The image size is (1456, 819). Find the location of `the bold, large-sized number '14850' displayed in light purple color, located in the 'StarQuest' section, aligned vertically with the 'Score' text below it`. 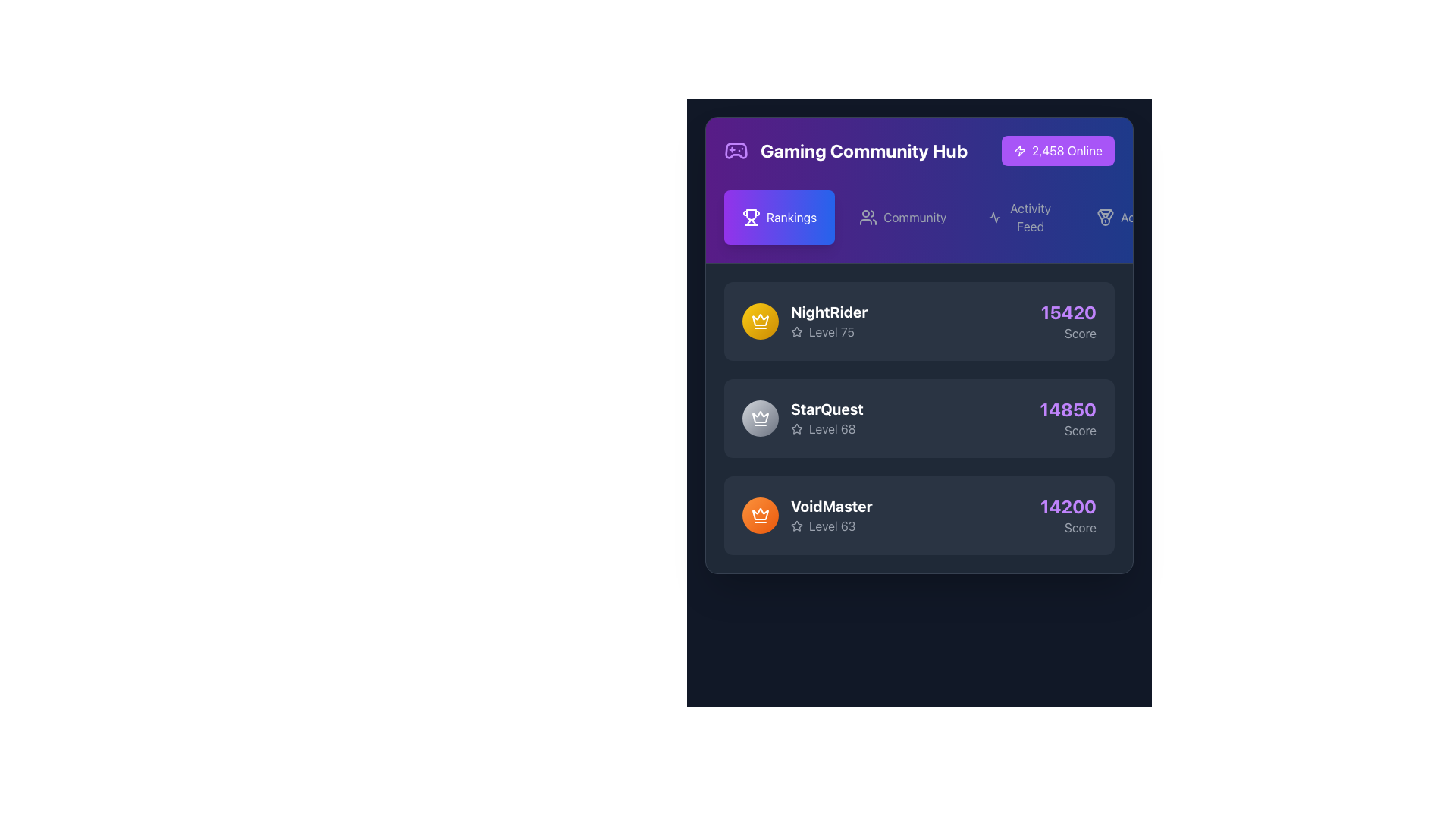

the bold, large-sized number '14850' displayed in light purple color, located in the 'StarQuest' section, aligned vertically with the 'Score' text below it is located at coordinates (1067, 409).